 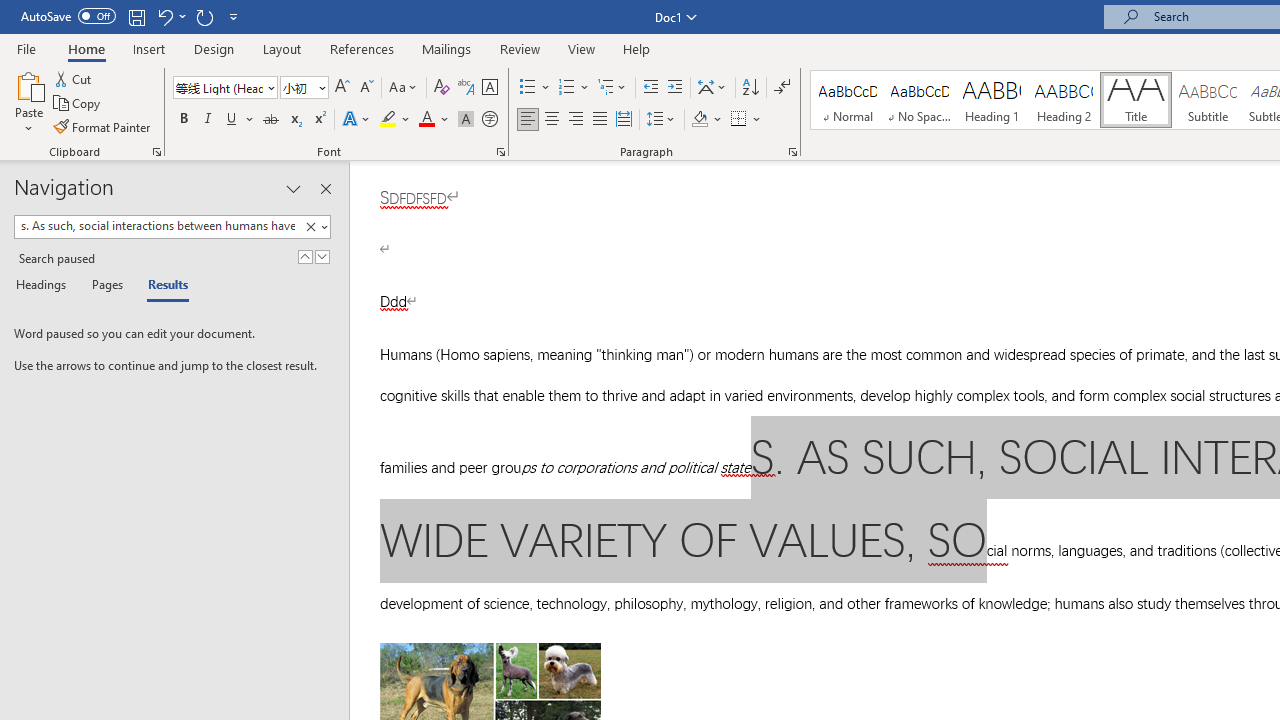 I want to click on 'Font Color RGB(255, 0, 0)', so click(x=425, y=119).